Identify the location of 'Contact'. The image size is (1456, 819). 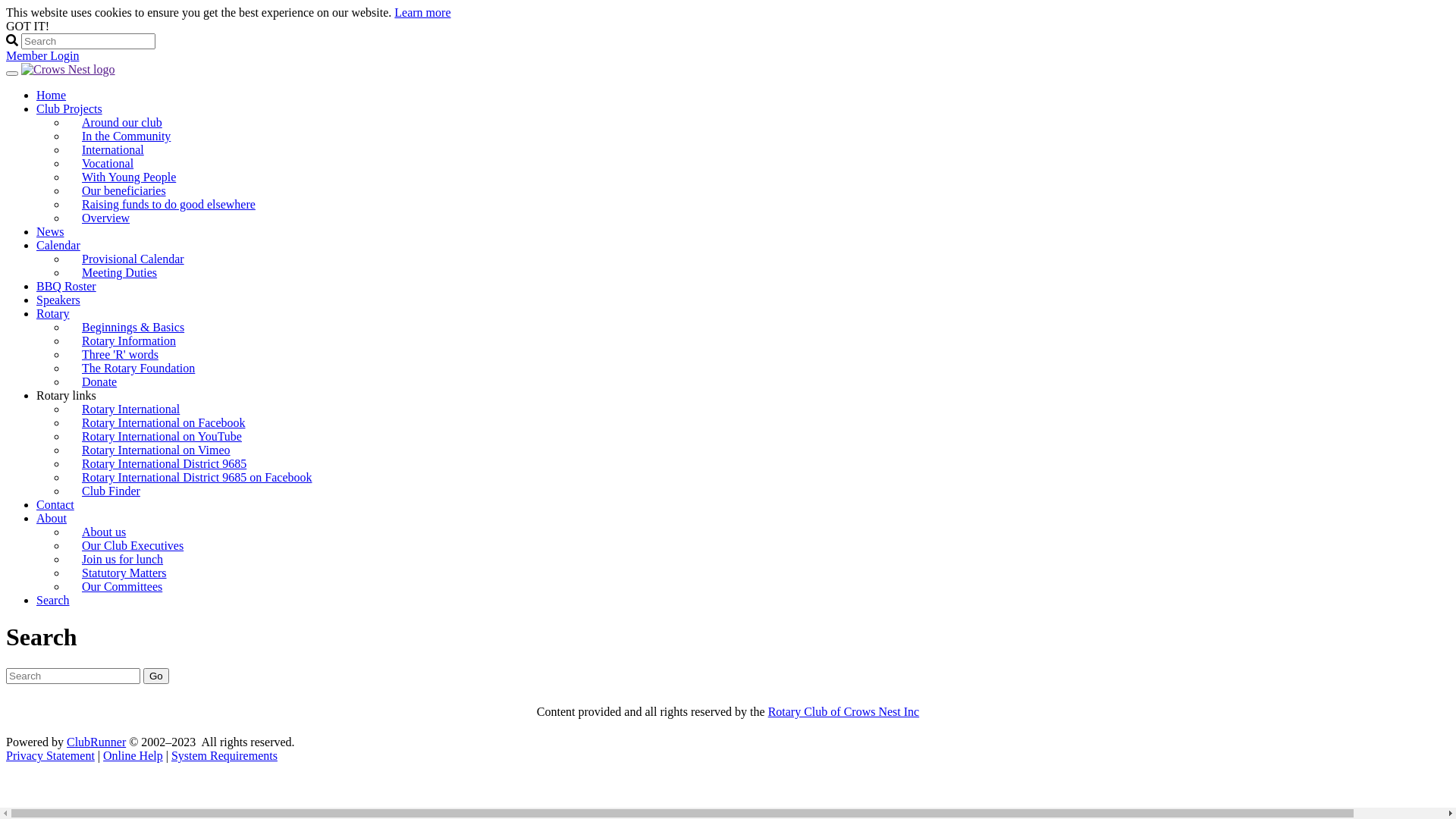
(36, 504).